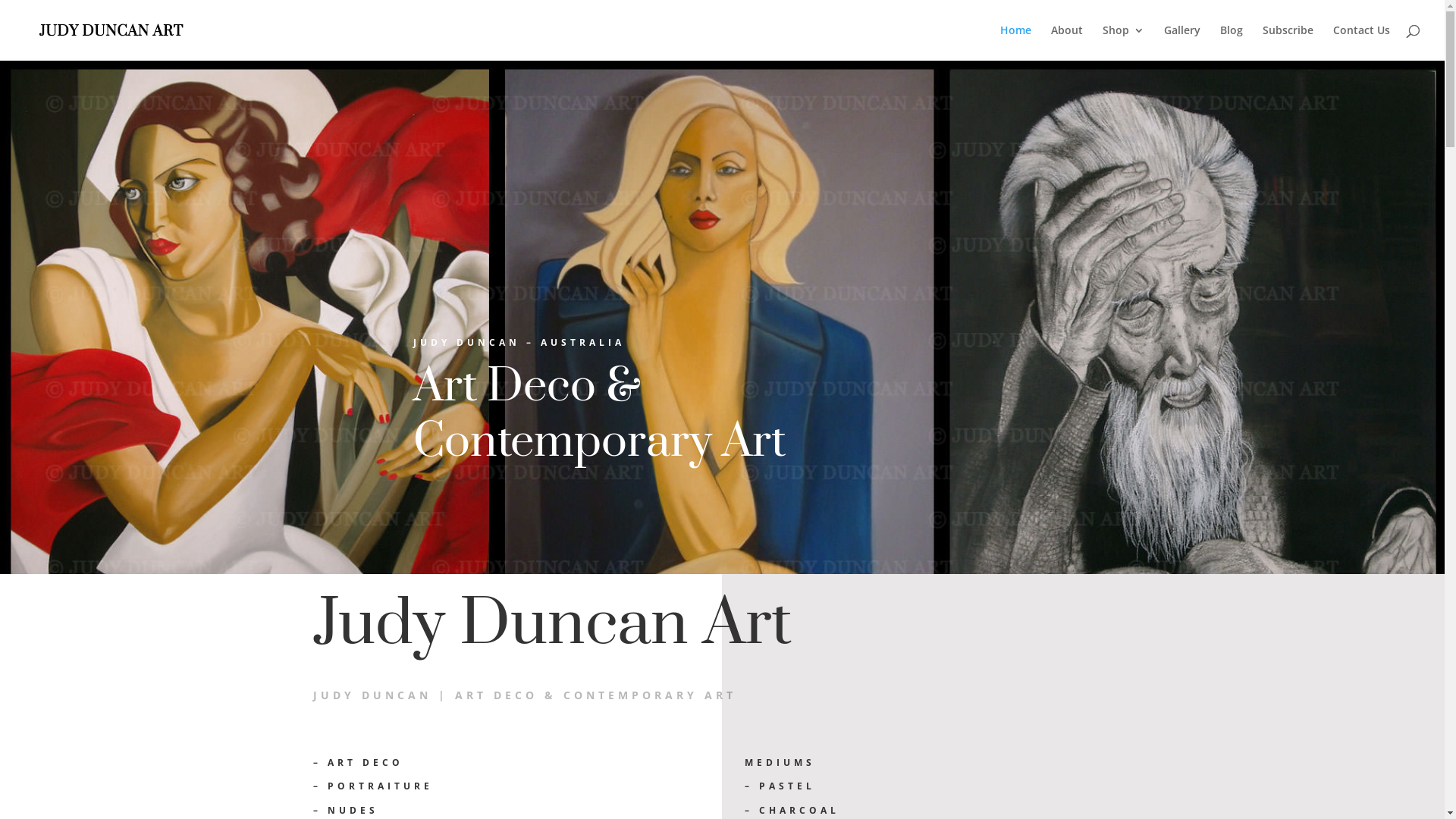 The image size is (1456, 819). Describe the element at coordinates (1103, 42) in the screenshot. I see `'Shop'` at that location.